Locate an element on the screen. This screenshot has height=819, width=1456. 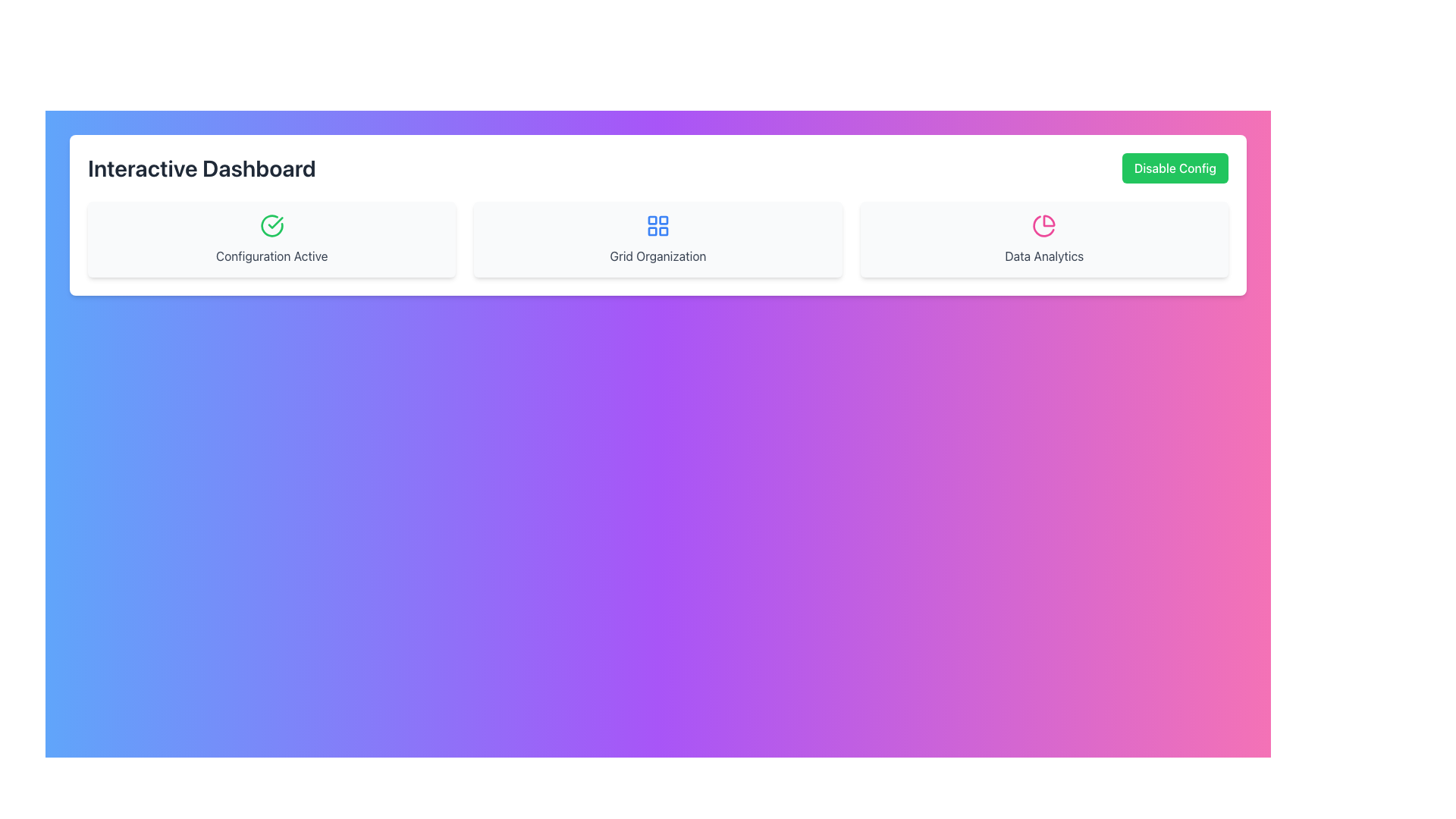
the decorative rectangle in the grid icon, which is the second square in the first row, located in the middle card section adjacent to the 'Grid Organization' label is located at coordinates (664, 220).